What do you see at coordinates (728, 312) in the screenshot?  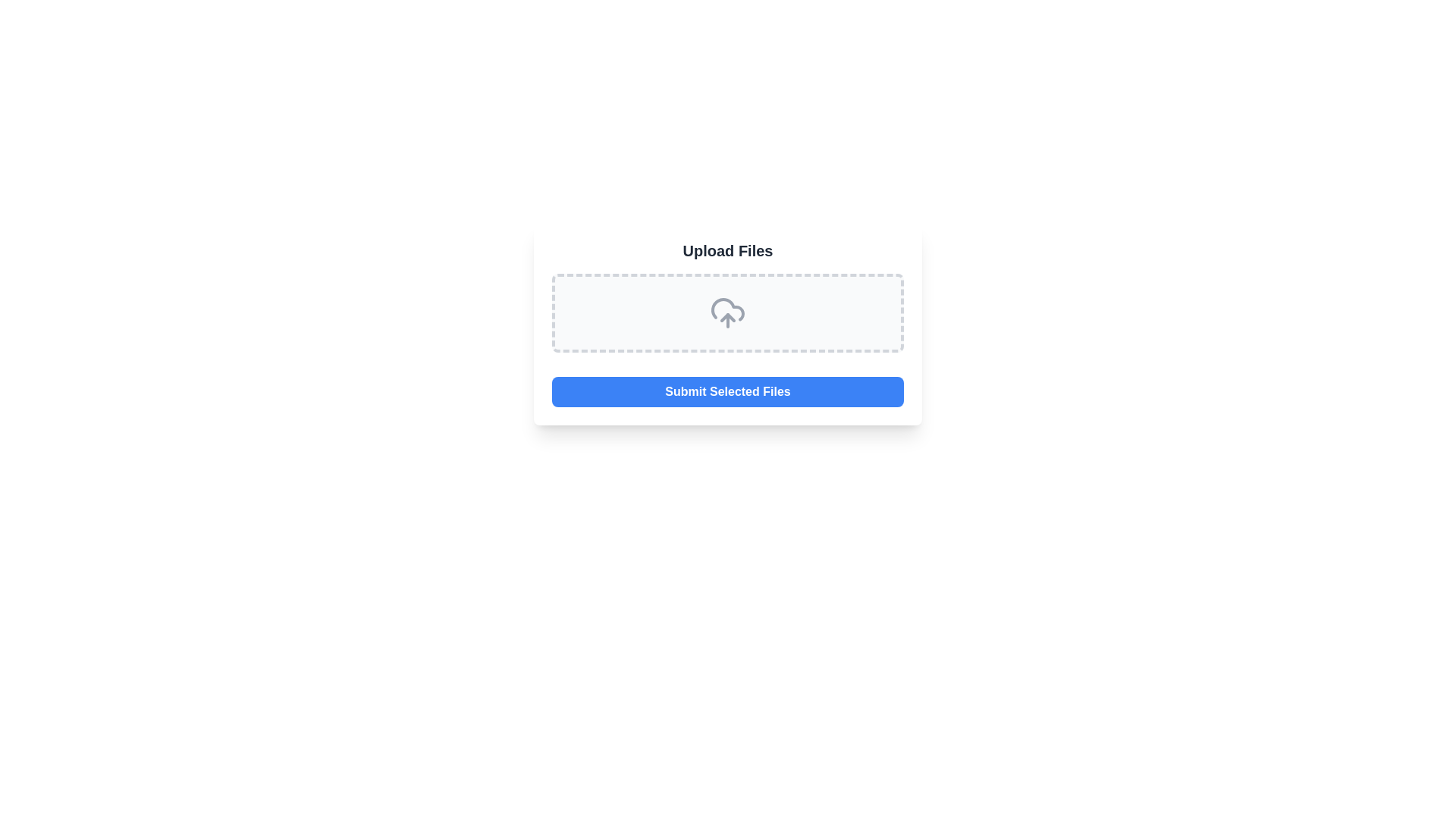 I see `the File input element located within the bordered, dashed rectangle` at bounding box center [728, 312].